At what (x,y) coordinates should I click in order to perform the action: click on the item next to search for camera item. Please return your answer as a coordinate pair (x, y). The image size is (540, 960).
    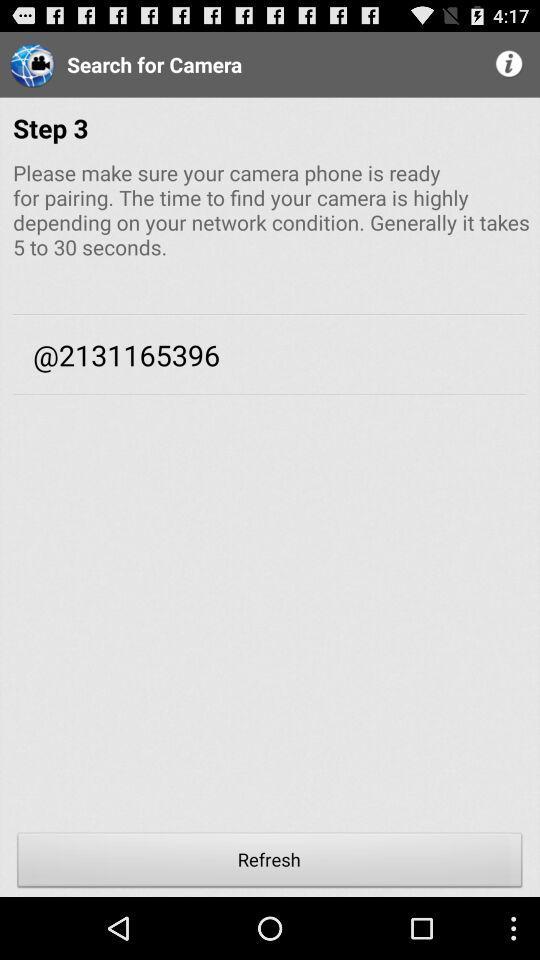
    Looking at the image, I should click on (510, 64).